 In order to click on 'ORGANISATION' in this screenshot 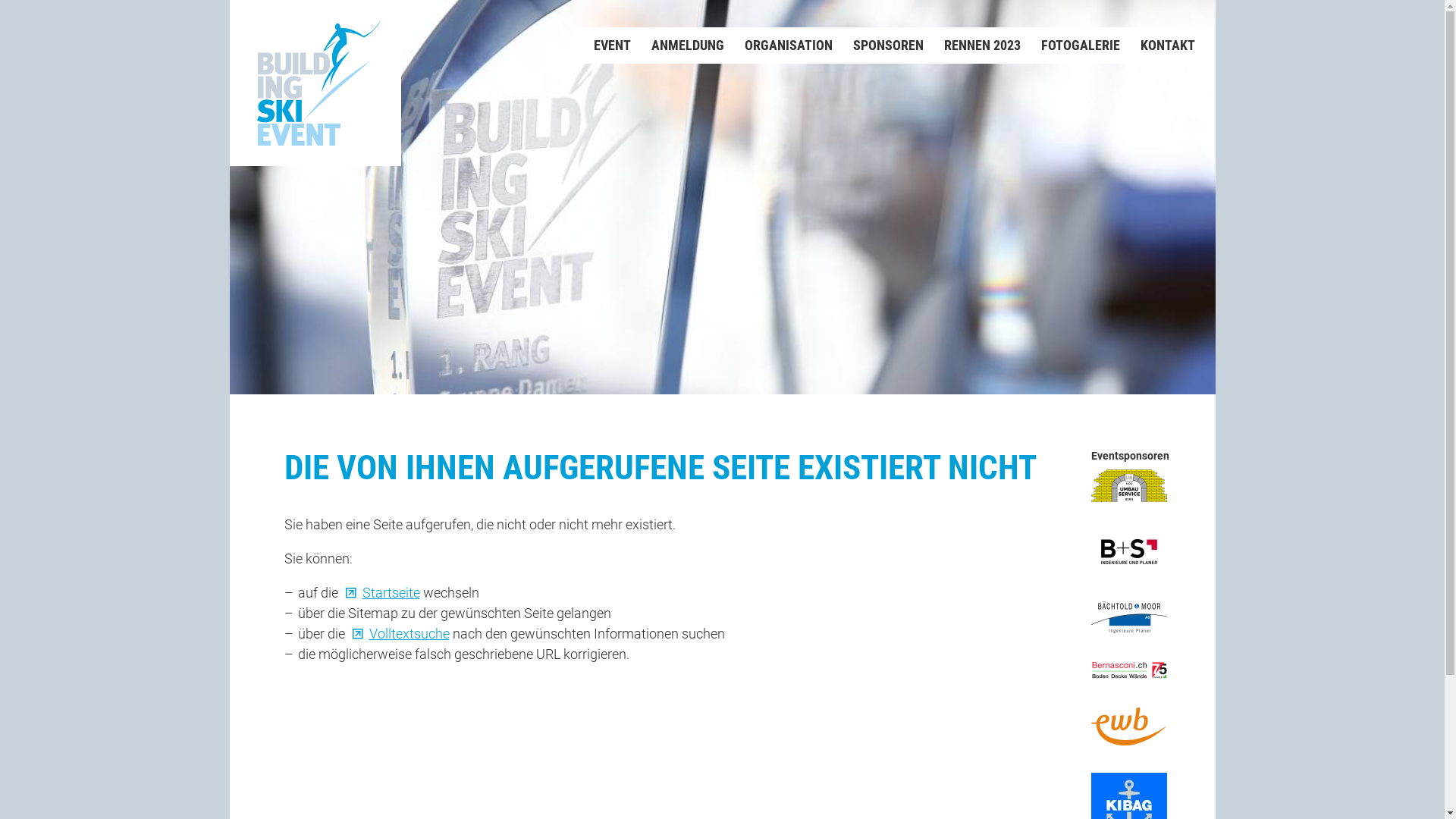, I will do `click(777, 45)`.